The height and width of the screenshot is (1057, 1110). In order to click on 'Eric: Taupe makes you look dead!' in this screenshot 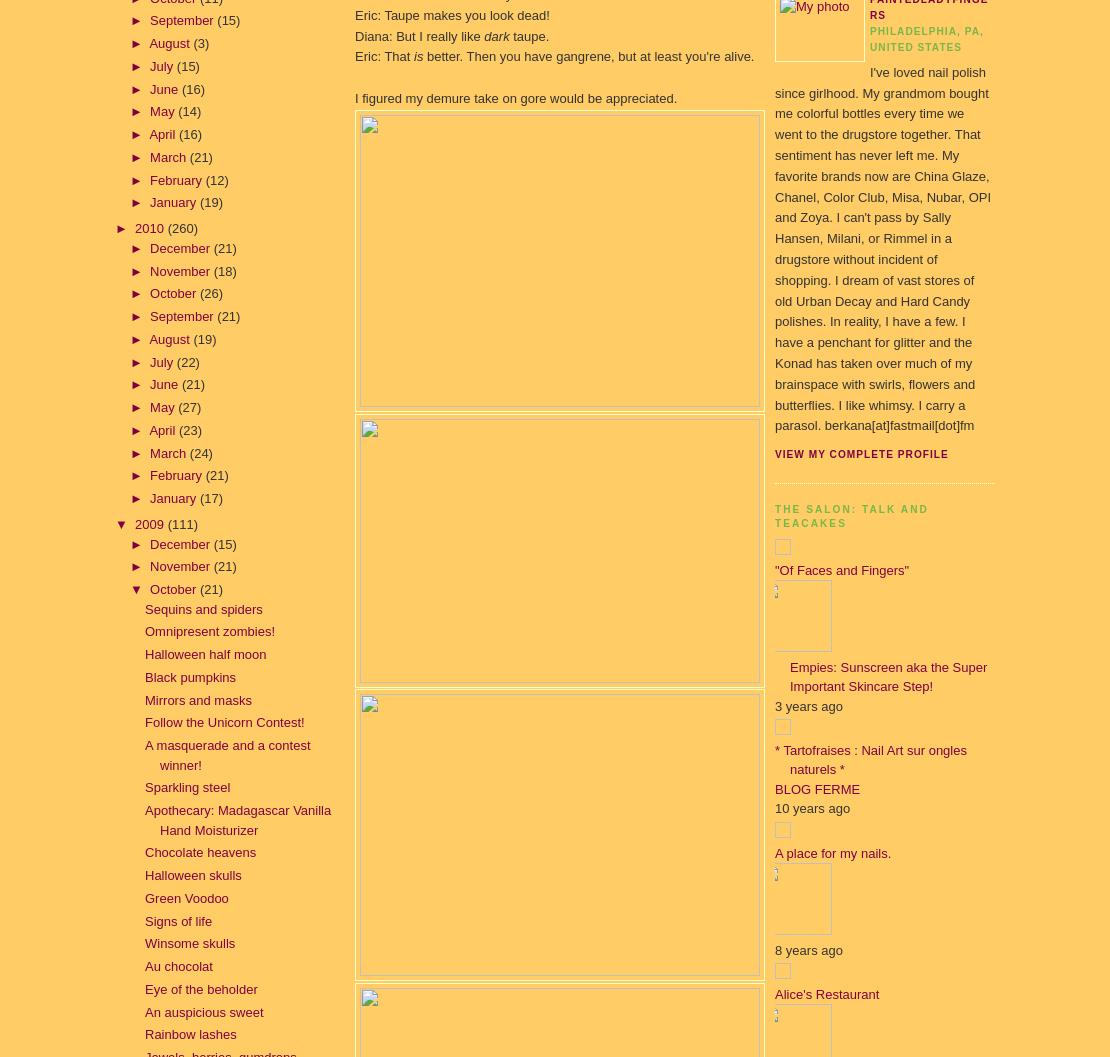, I will do `click(451, 14)`.